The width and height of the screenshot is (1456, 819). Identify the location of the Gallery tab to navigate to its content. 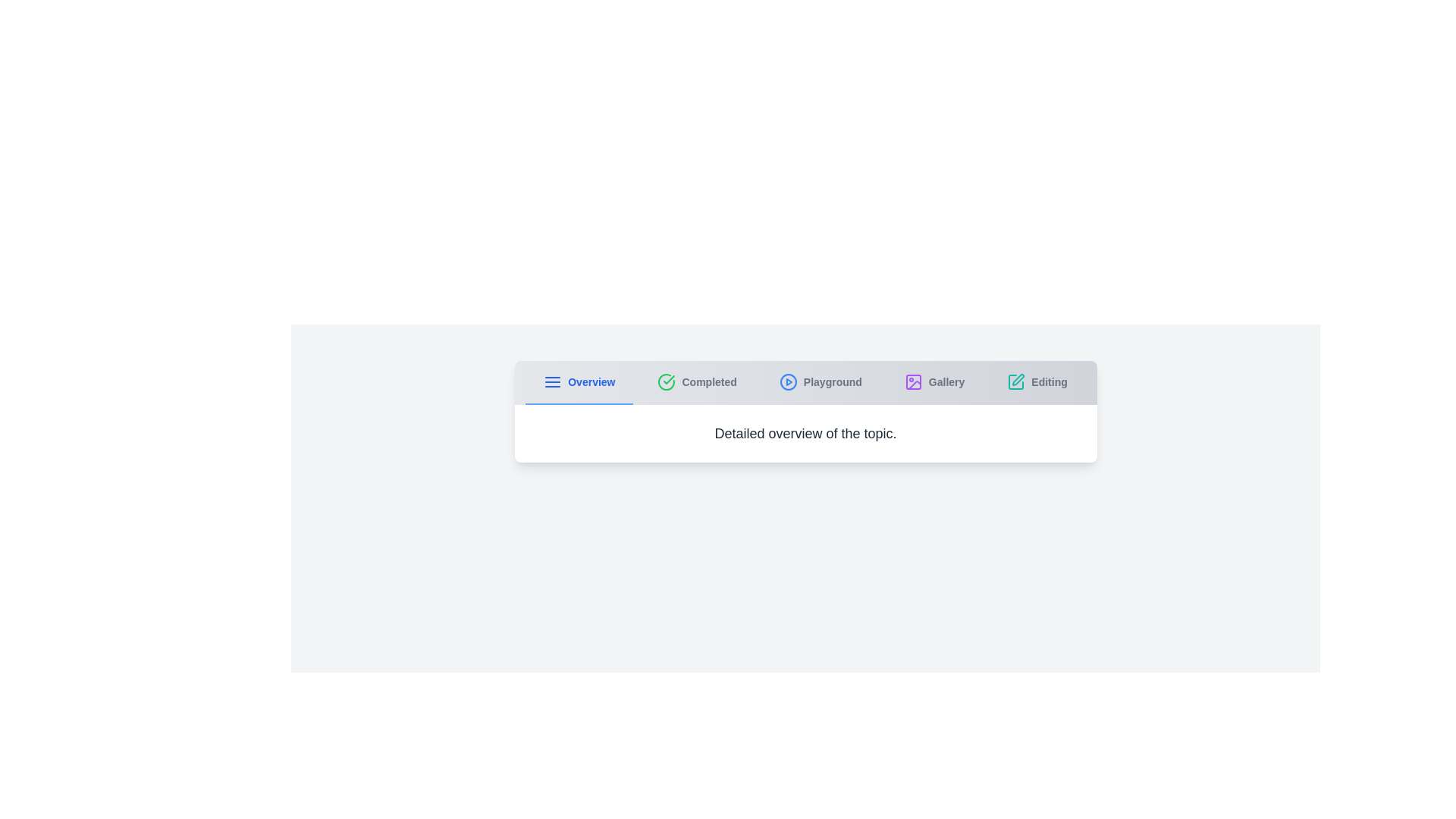
(934, 382).